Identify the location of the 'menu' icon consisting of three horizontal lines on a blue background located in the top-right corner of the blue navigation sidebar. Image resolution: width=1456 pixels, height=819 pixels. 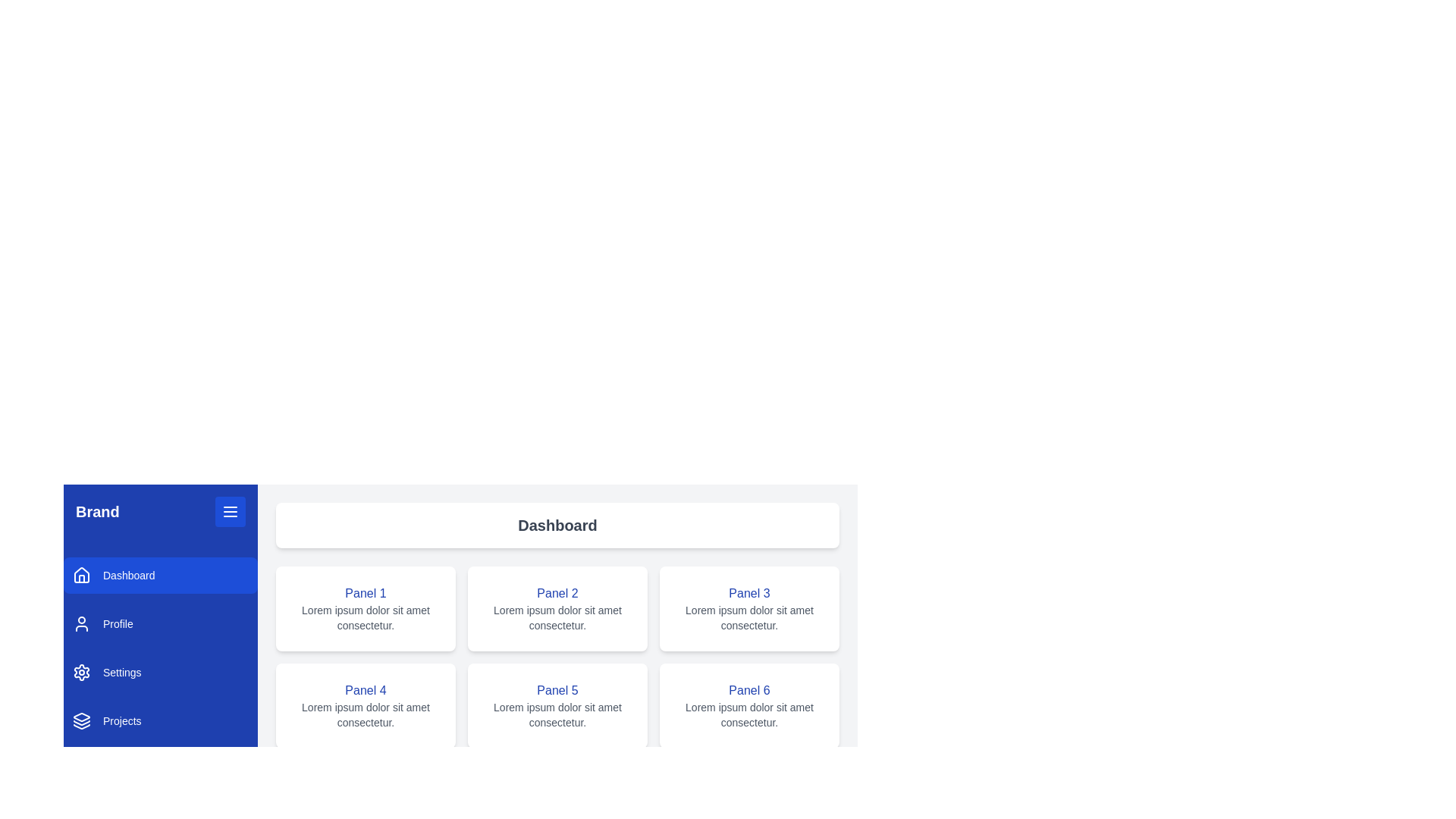
(229, 512).